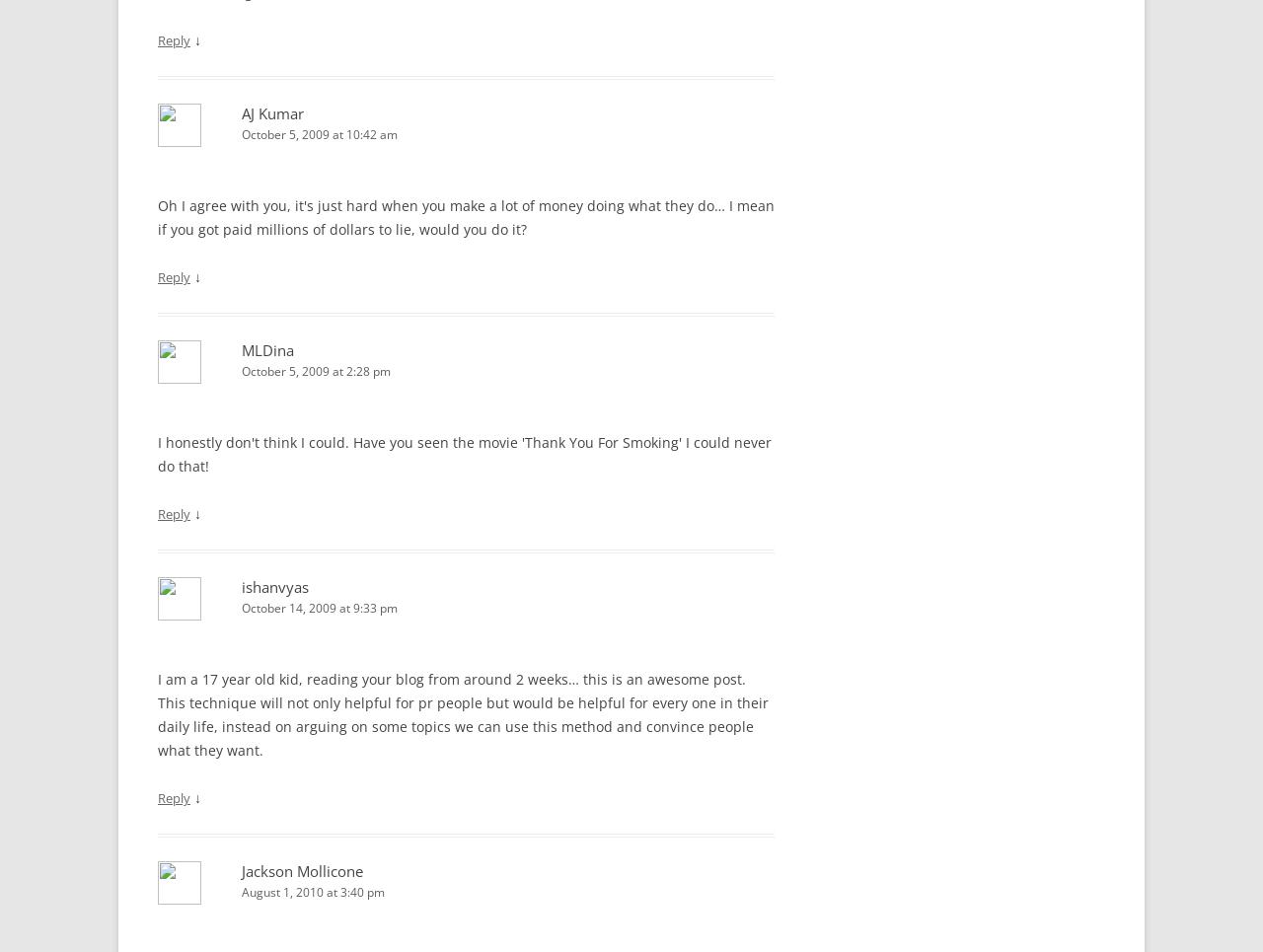 The width and height of the screenshot is (1263, 952). I want to click on 'I honestly don't think I could. Have you seen the movie 'Thank You For Smoking' I could never do that!', so click(464, 453).